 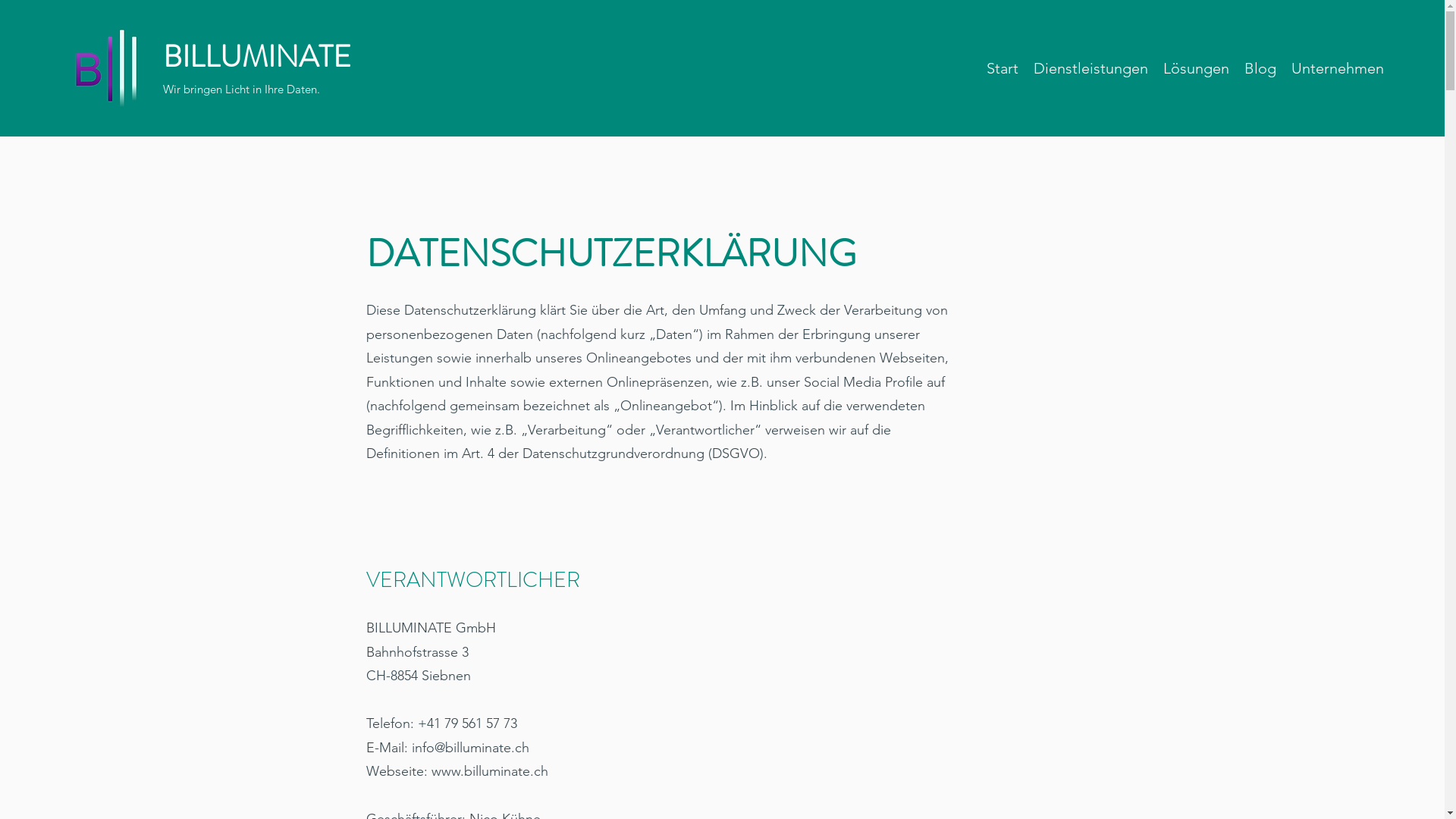 What do you see at coordinates (1283, 67) in the screenshot?
I see `'Unternehmen'` at bounding box center [1283, 67].